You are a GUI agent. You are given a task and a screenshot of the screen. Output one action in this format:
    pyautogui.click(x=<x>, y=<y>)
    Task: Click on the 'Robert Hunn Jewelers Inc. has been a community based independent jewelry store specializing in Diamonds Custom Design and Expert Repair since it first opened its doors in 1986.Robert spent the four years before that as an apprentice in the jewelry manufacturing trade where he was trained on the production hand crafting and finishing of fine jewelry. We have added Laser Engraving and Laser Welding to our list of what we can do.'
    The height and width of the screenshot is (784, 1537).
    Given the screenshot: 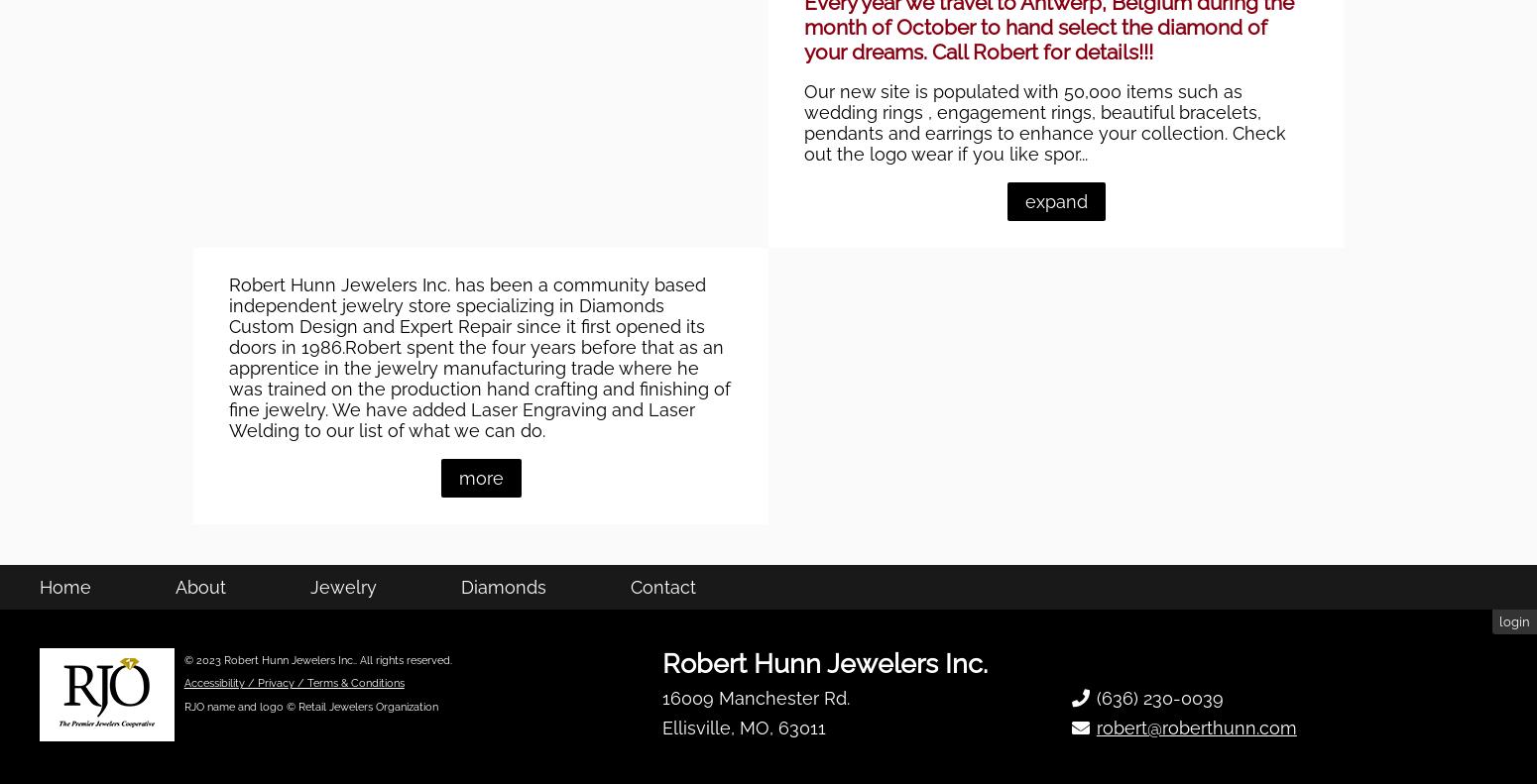 What is the action you would take?
    pyautogui.click(x=479, y=460)
    